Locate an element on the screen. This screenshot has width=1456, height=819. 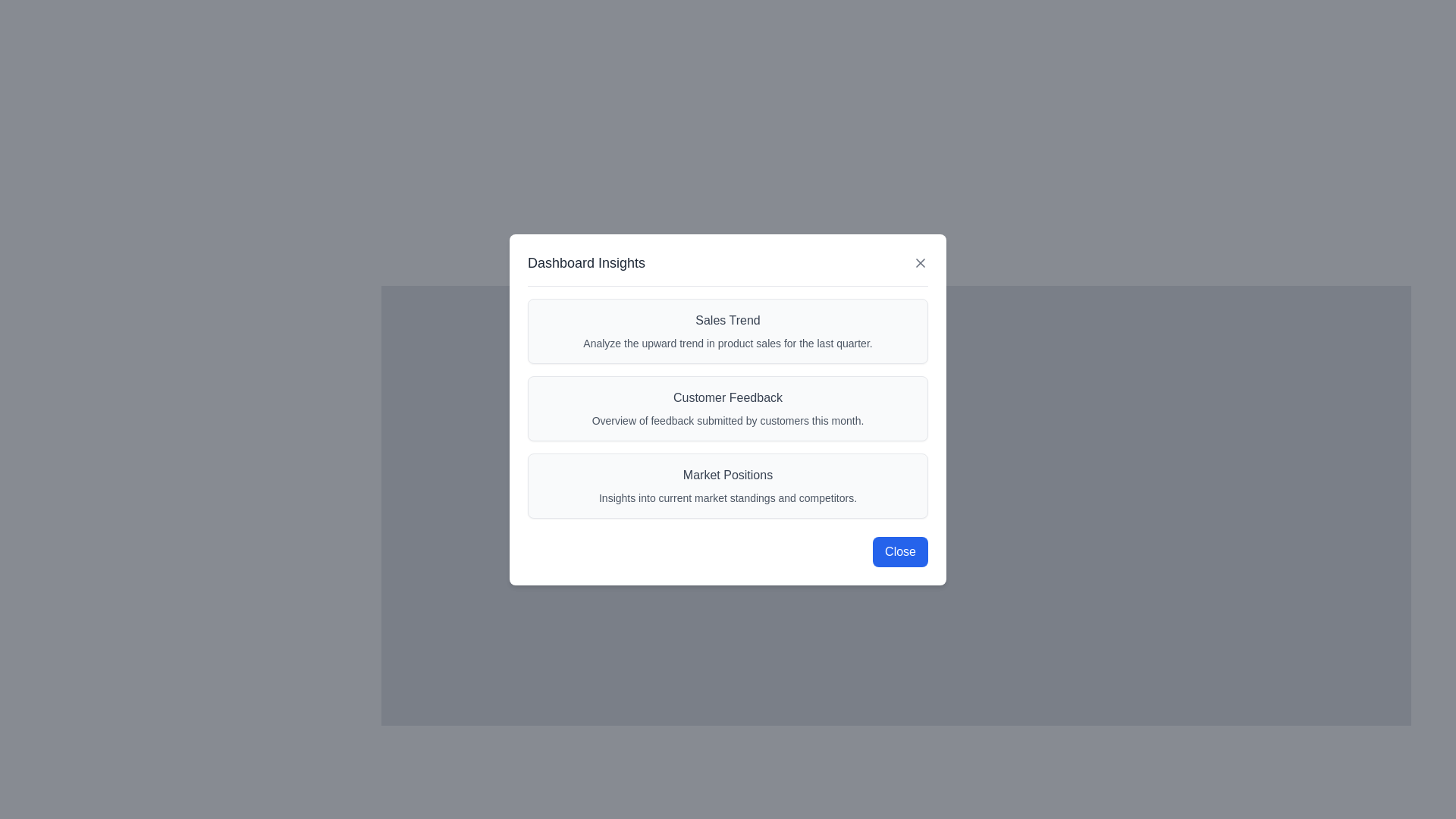
the Label text that provides contextual information related to customer feedback, located below the 'Customer Feedback' heading in the modal window is located at coordinates (728, 420).